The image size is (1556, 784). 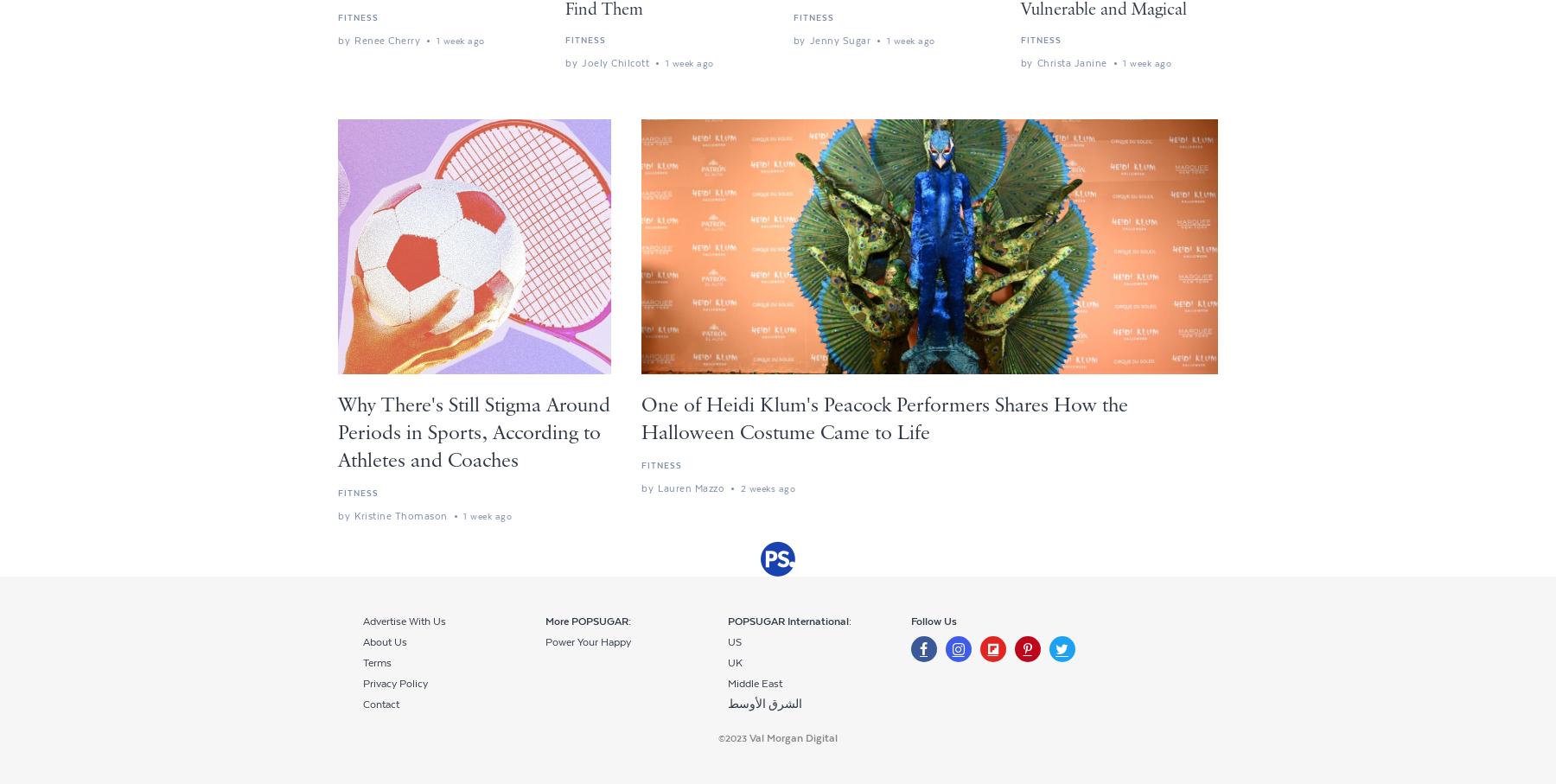 I want to click on 'Middle East', so click(x=755, y=683).